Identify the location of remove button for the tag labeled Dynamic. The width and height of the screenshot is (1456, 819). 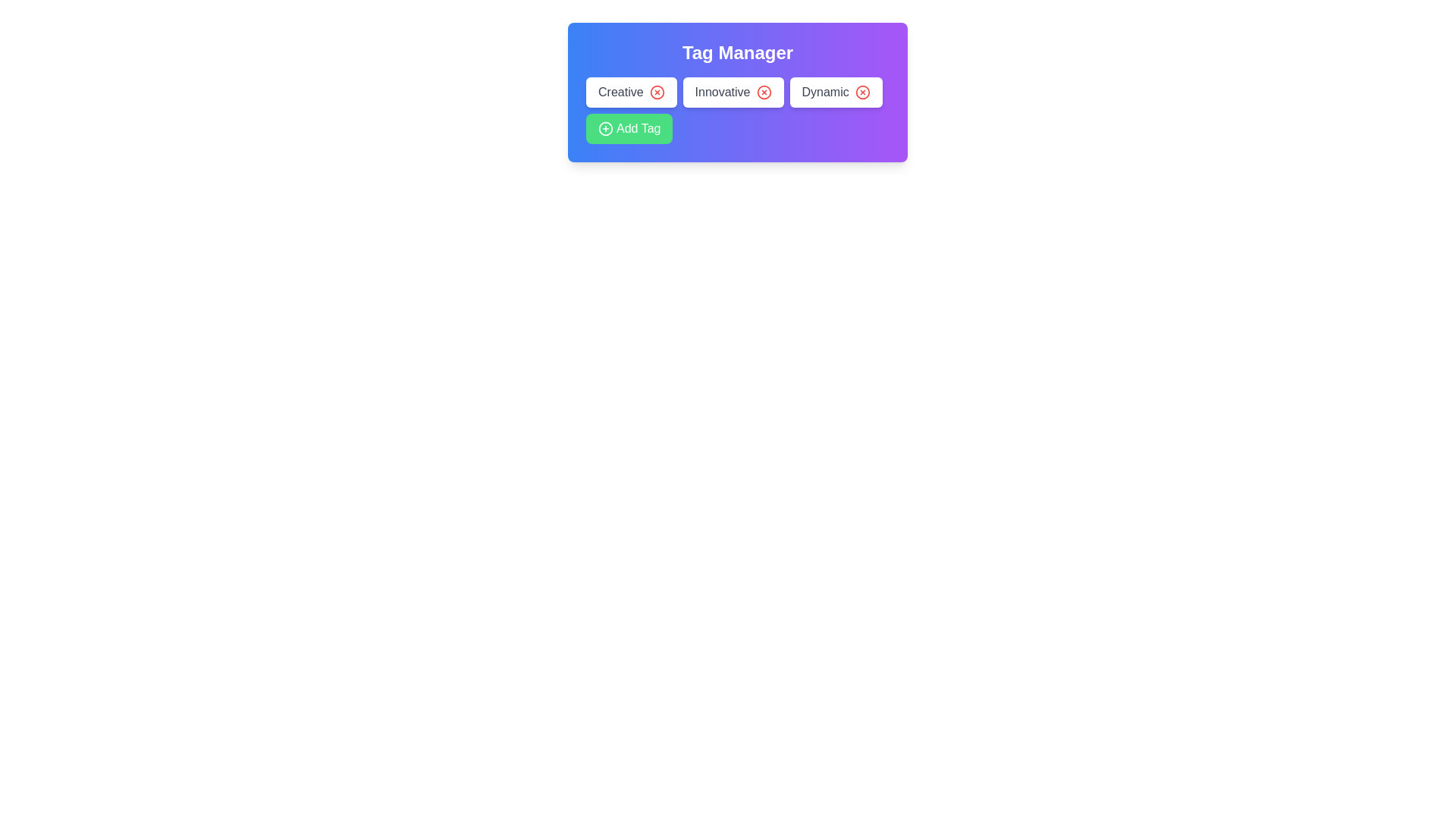
(862, 93).